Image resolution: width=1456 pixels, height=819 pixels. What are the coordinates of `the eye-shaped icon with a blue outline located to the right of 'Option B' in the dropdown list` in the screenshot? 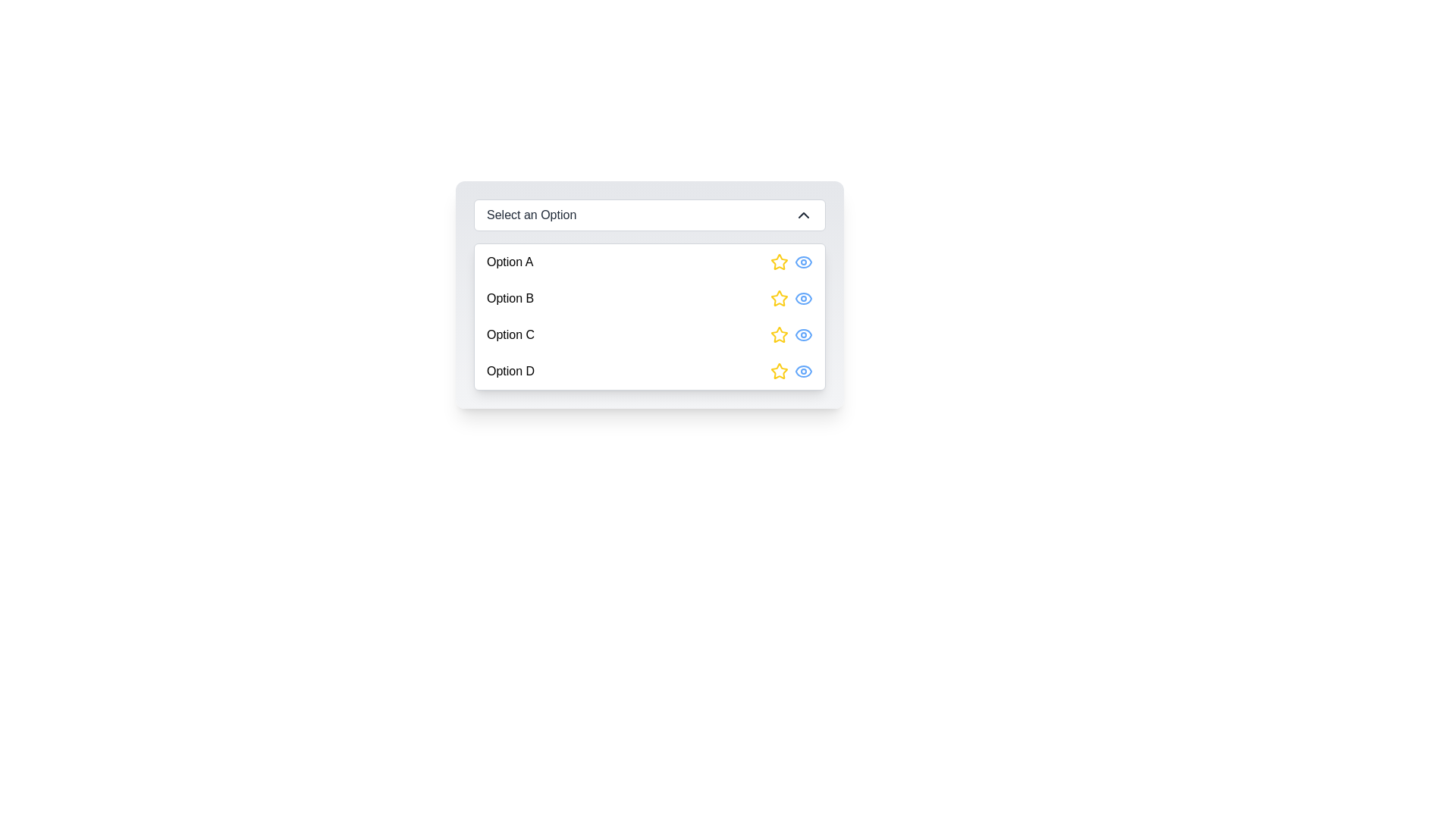 It's located at (803, 298).